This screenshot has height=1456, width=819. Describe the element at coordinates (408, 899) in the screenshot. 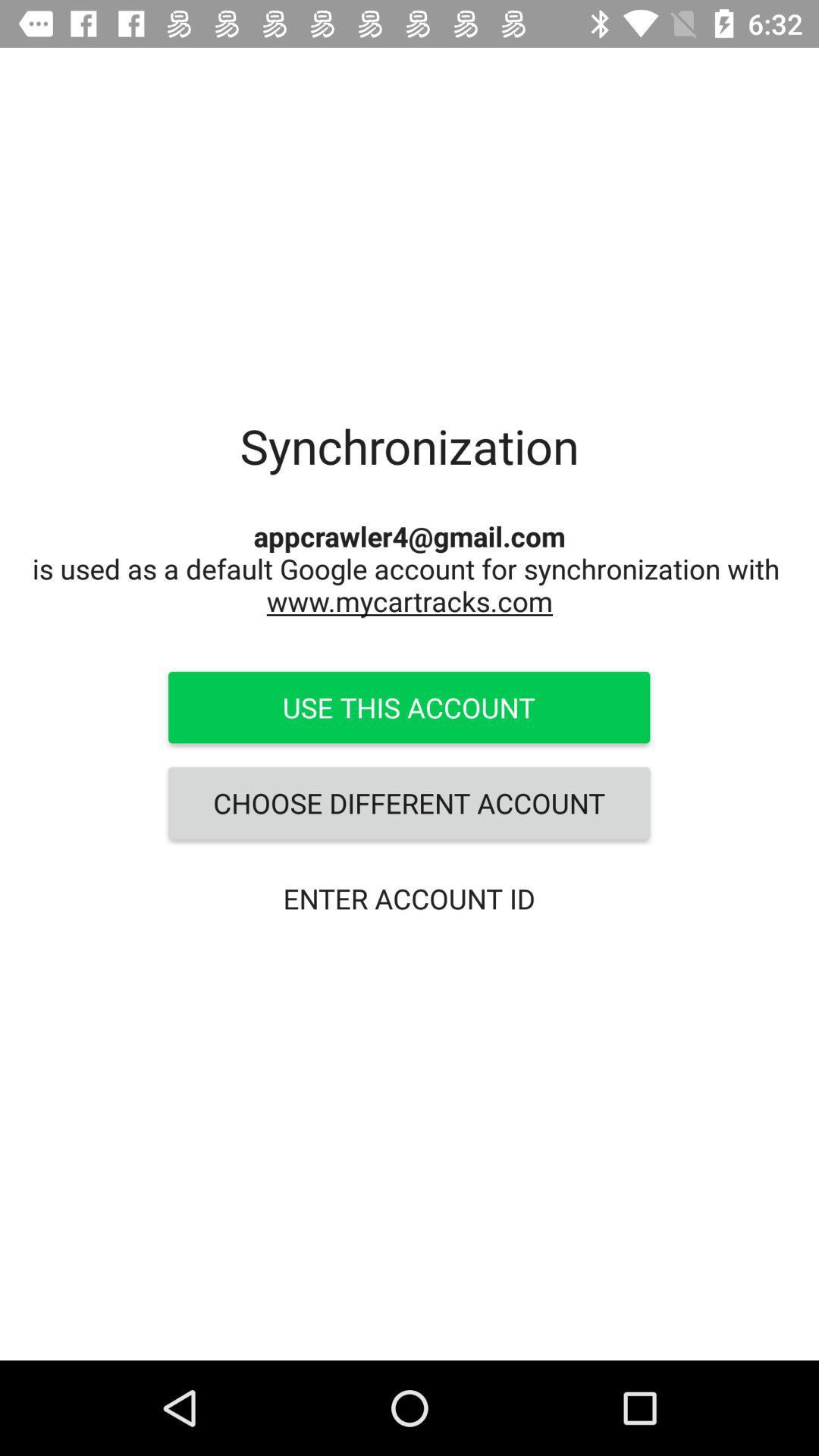

I see `item below the choose different account item` at that location.